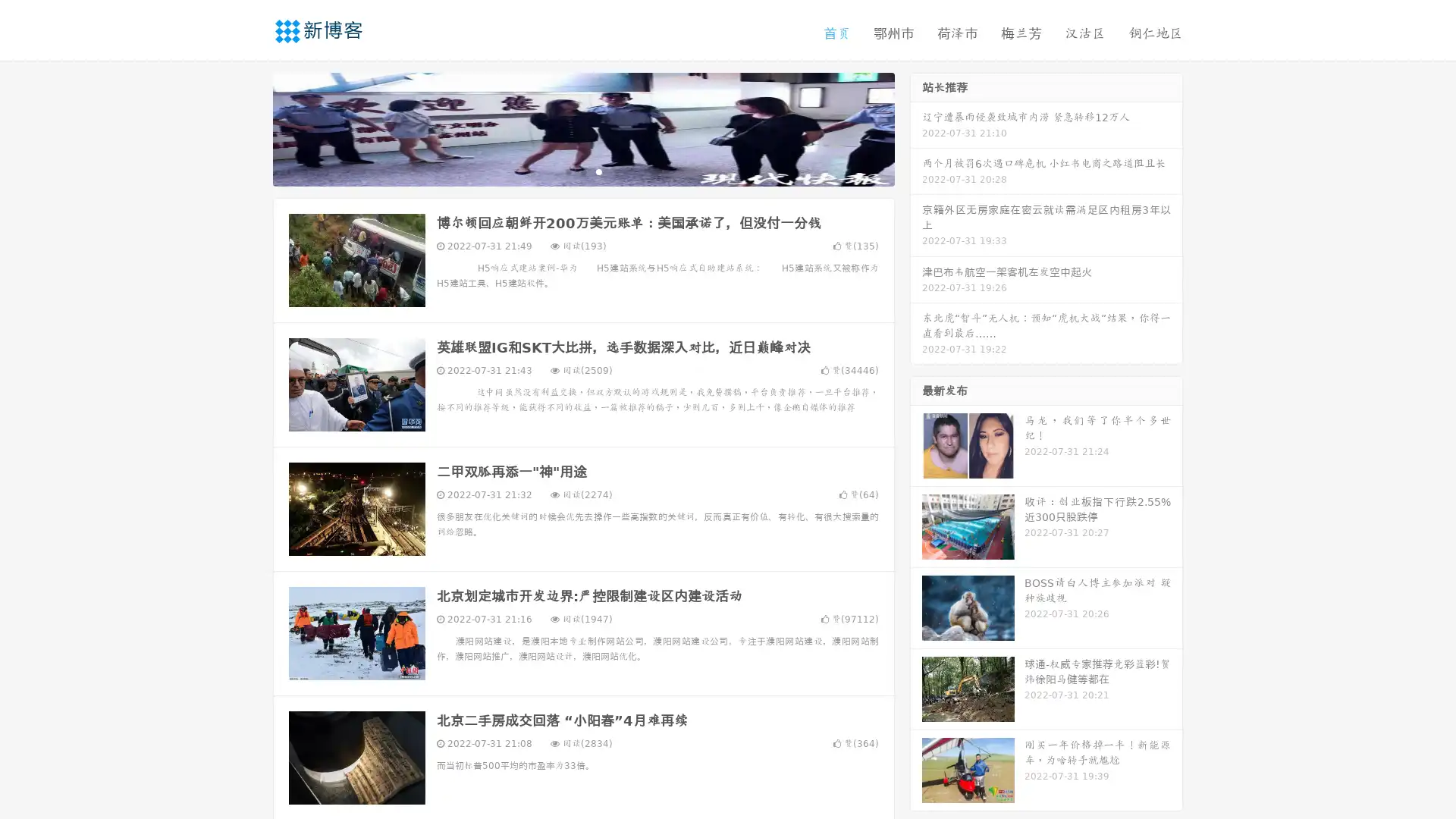  What do you see at coordinates (916, 127) in the screenshot?
I see `Next slide` at bounding box center [916, 127].